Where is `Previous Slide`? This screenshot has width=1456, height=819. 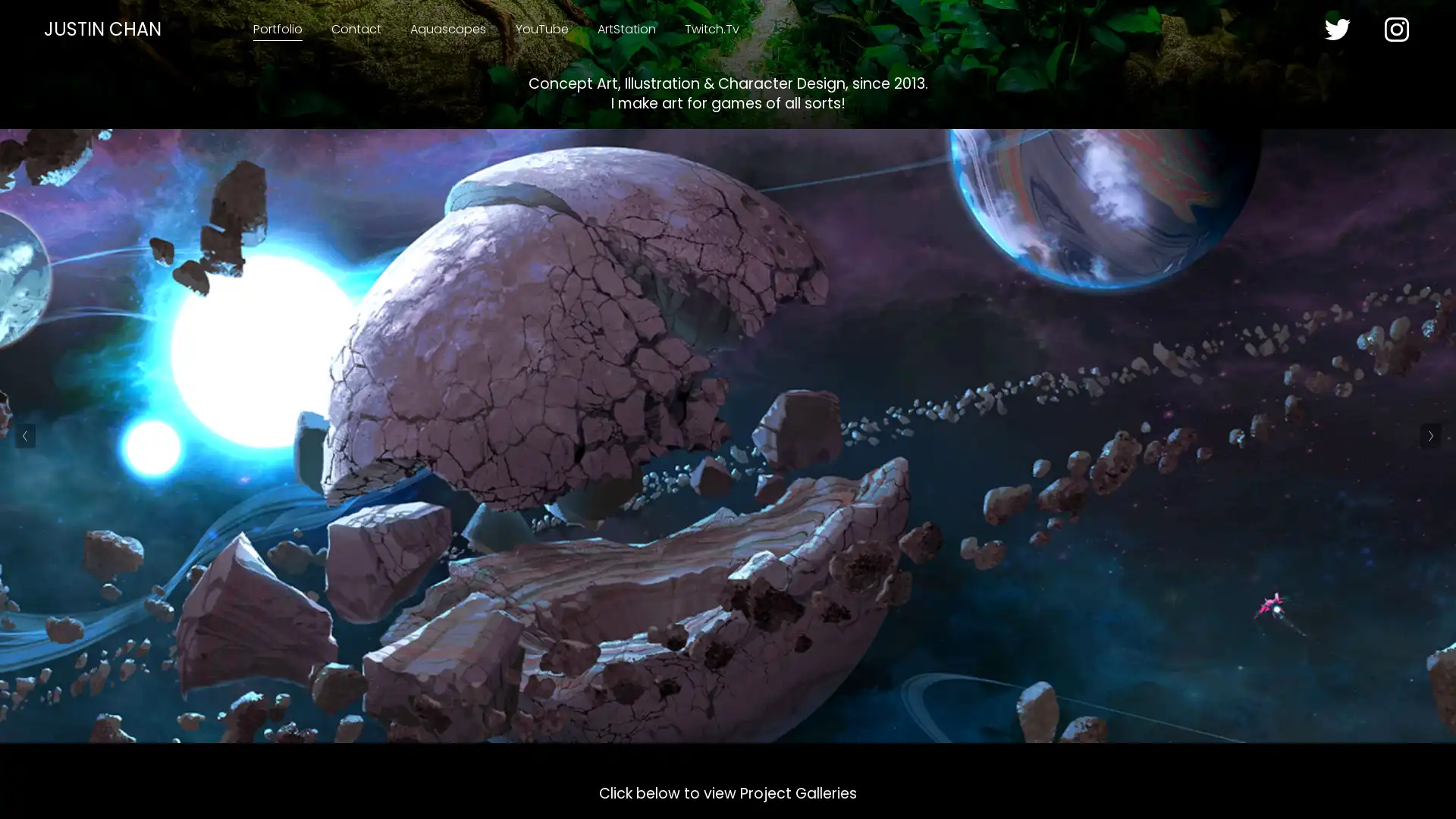
Previous Slide is located at coordinates (25, 435).